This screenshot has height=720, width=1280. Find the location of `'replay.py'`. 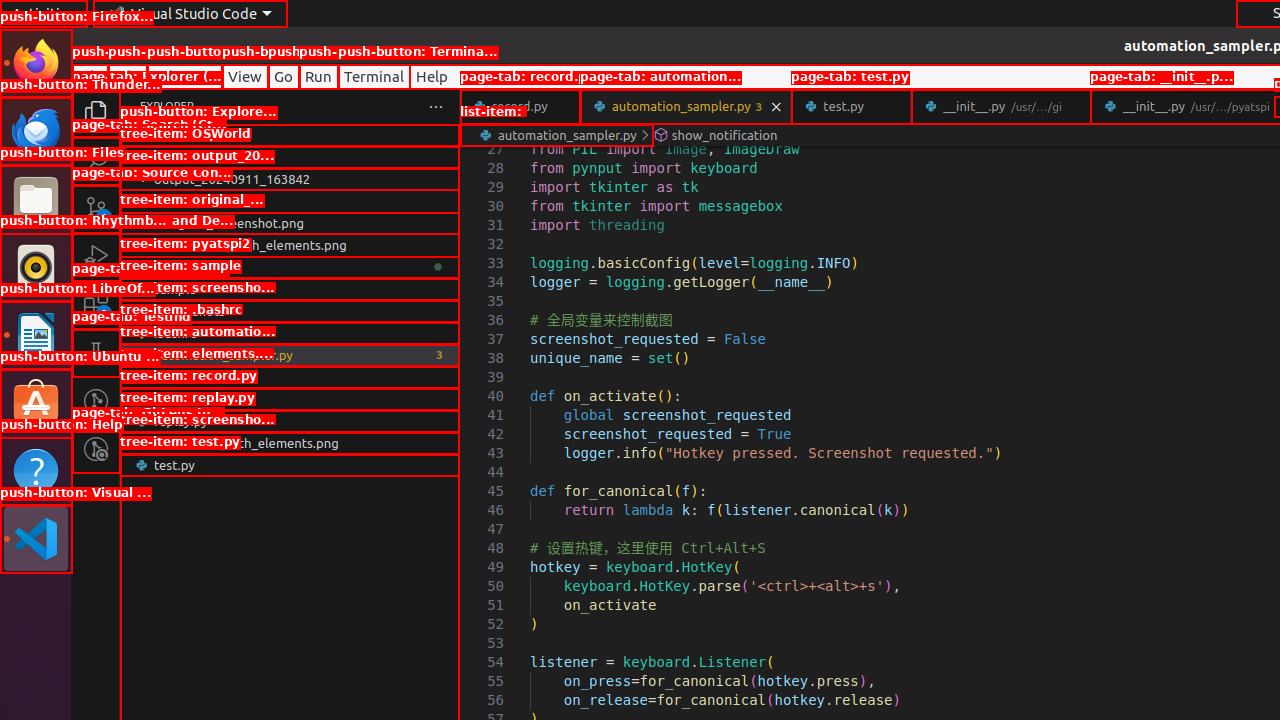

'replay.py' is located at coordinates (288, 419).